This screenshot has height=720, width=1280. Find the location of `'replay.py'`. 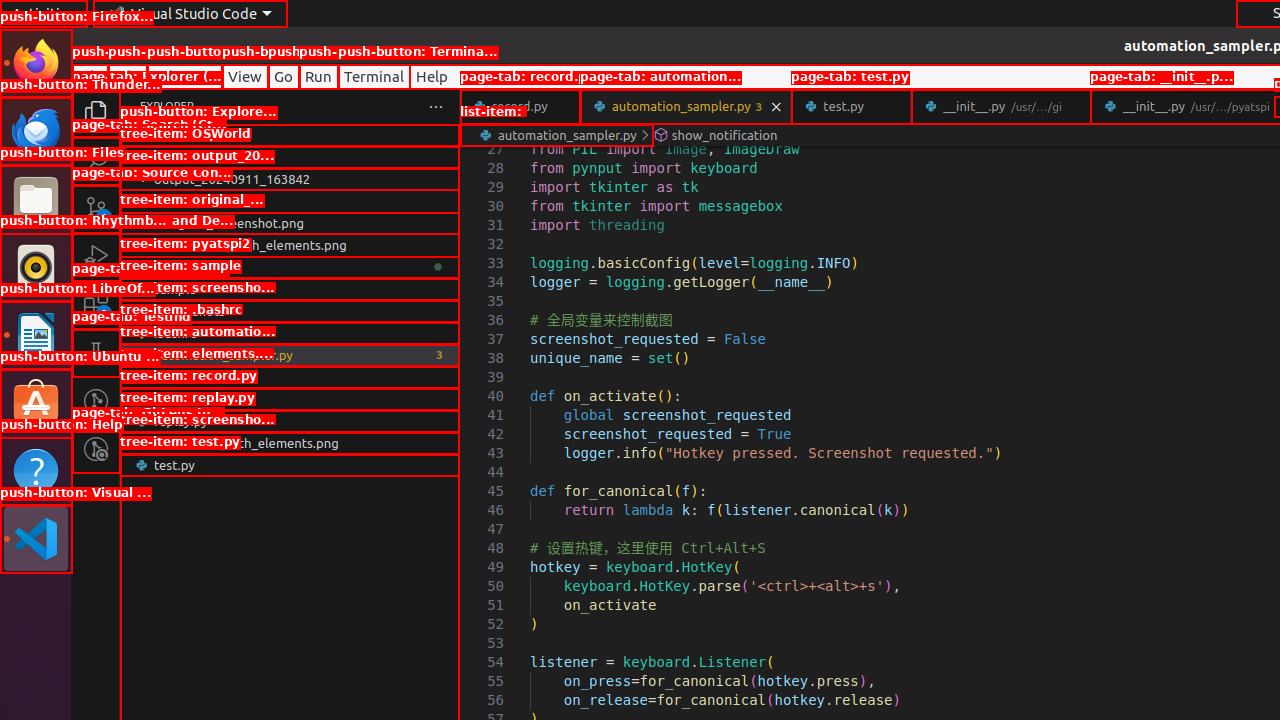

'replay.py' is located at coordinates (288, 419).